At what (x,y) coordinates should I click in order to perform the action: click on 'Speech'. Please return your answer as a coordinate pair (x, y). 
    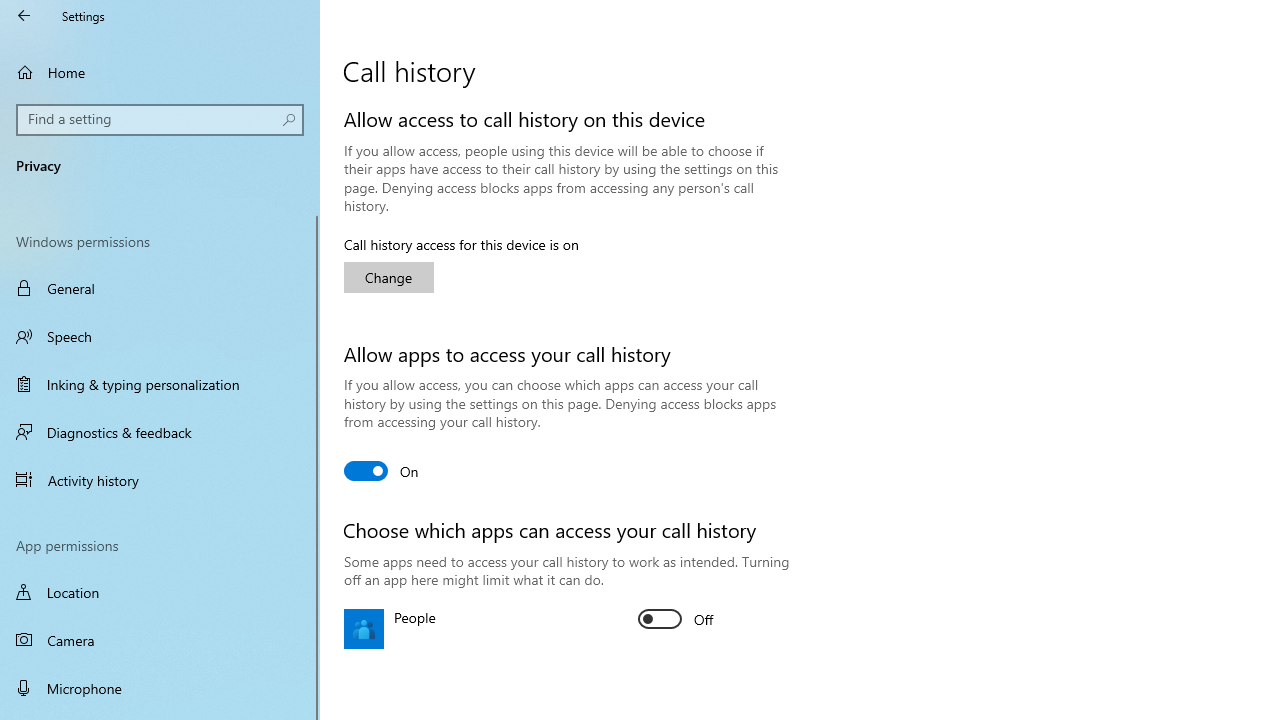
    Looking at the image, I should click on (160, 334).